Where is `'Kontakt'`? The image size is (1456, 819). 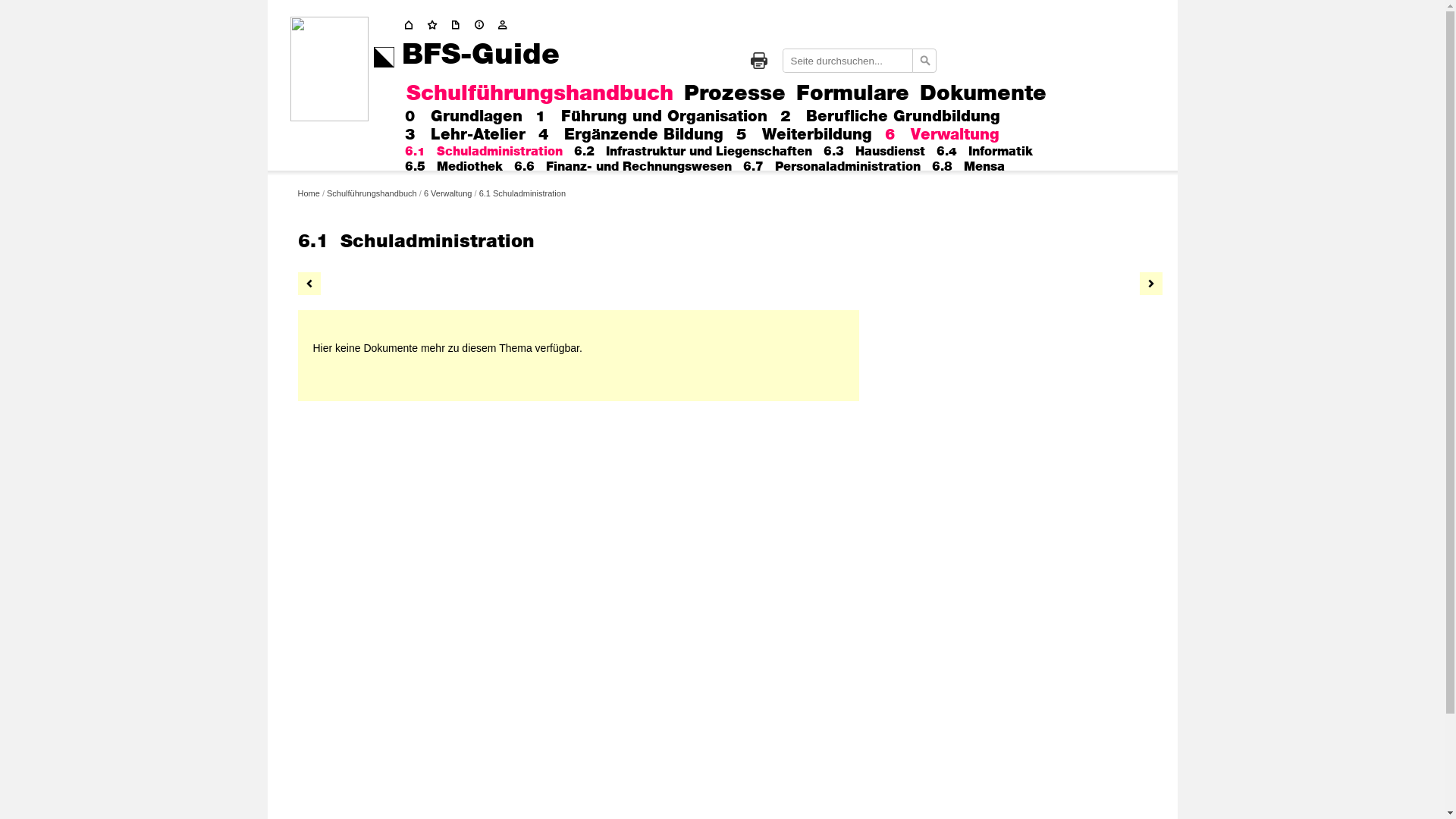 'Kontakt' is located at coordinates (505, 25).